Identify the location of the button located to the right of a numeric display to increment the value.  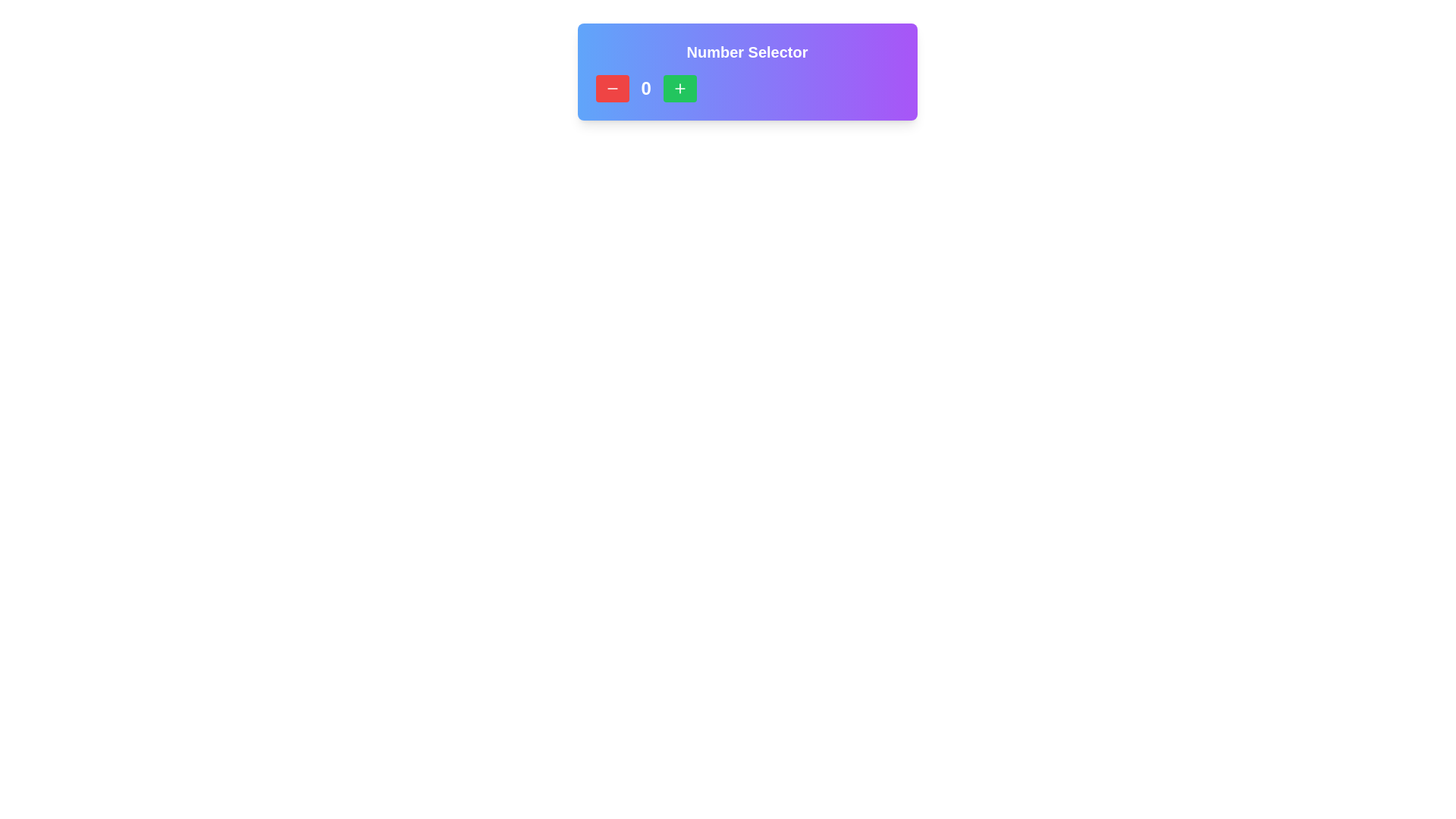
(679, 88).